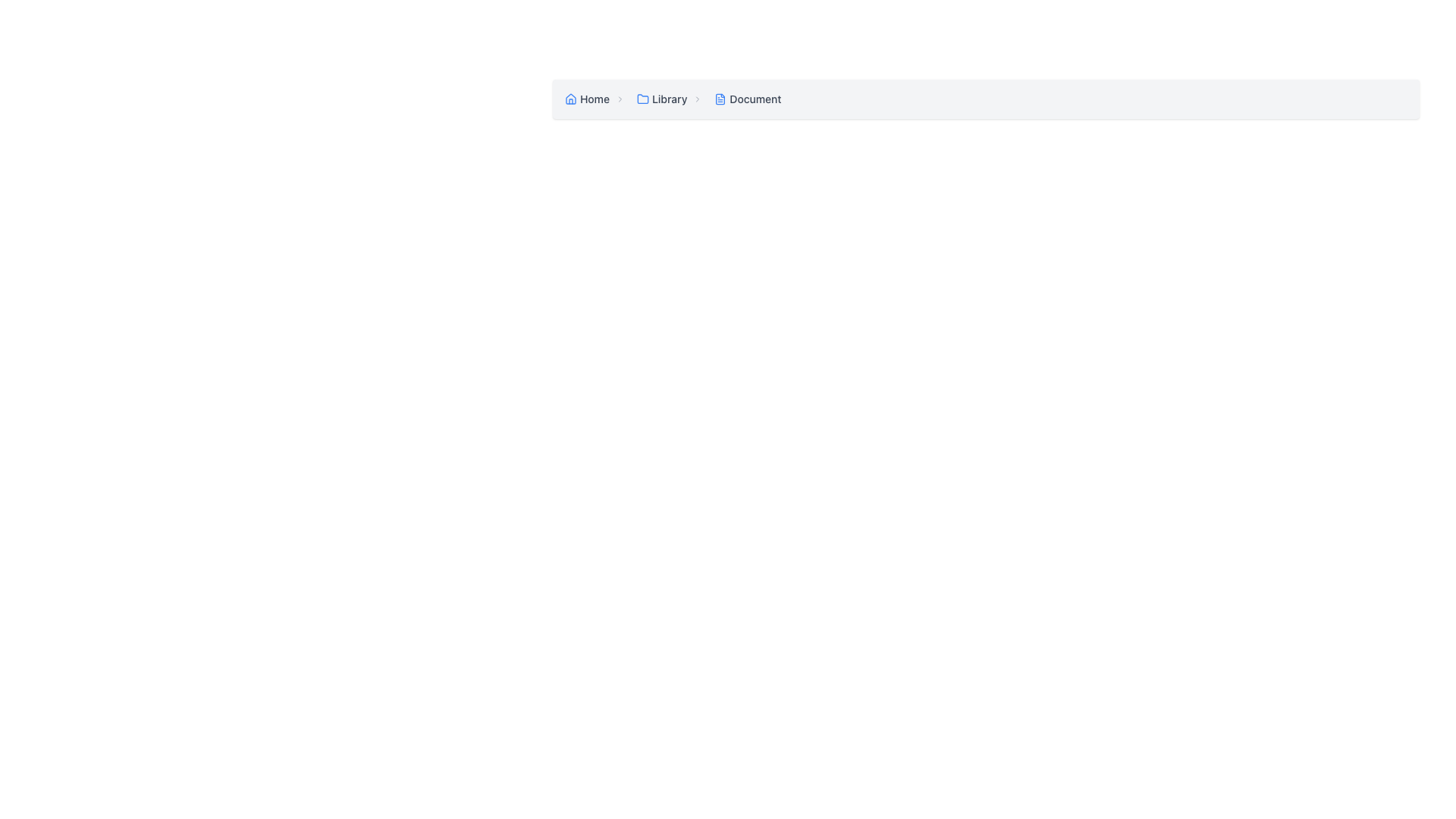 This screenshot has width=1456, height=819. Describe the element at coordinates (594, 99) in the screenshot. I see `the 'Home' label in the breadcrumb navigation bar, which displays the word 'Home' in a medium-weight gray font, positioned between a house icon and a right-chevron icon` at that location.